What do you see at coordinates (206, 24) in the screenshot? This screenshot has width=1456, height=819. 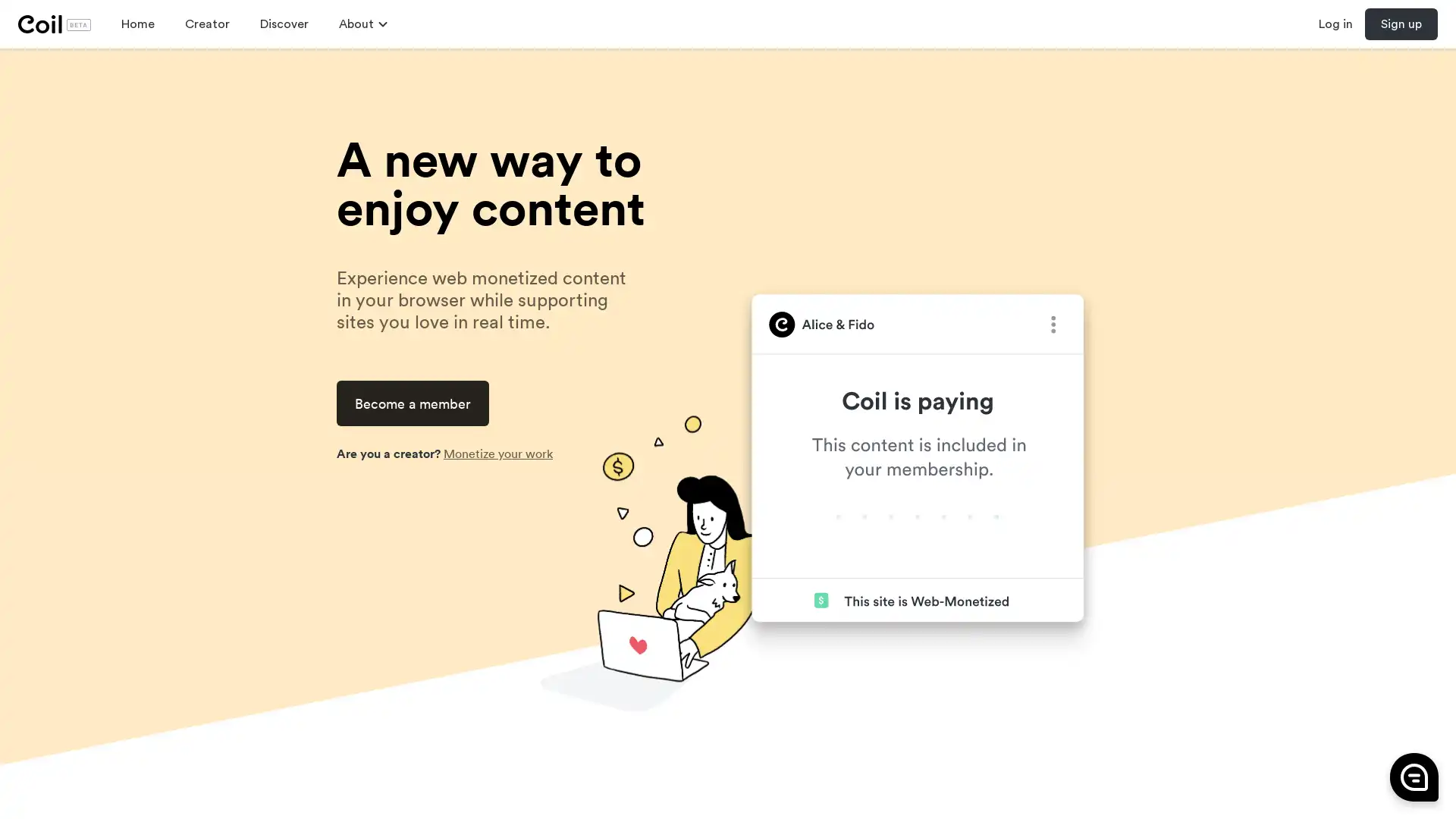 I see `Creator` at bounding box center [206, 24].